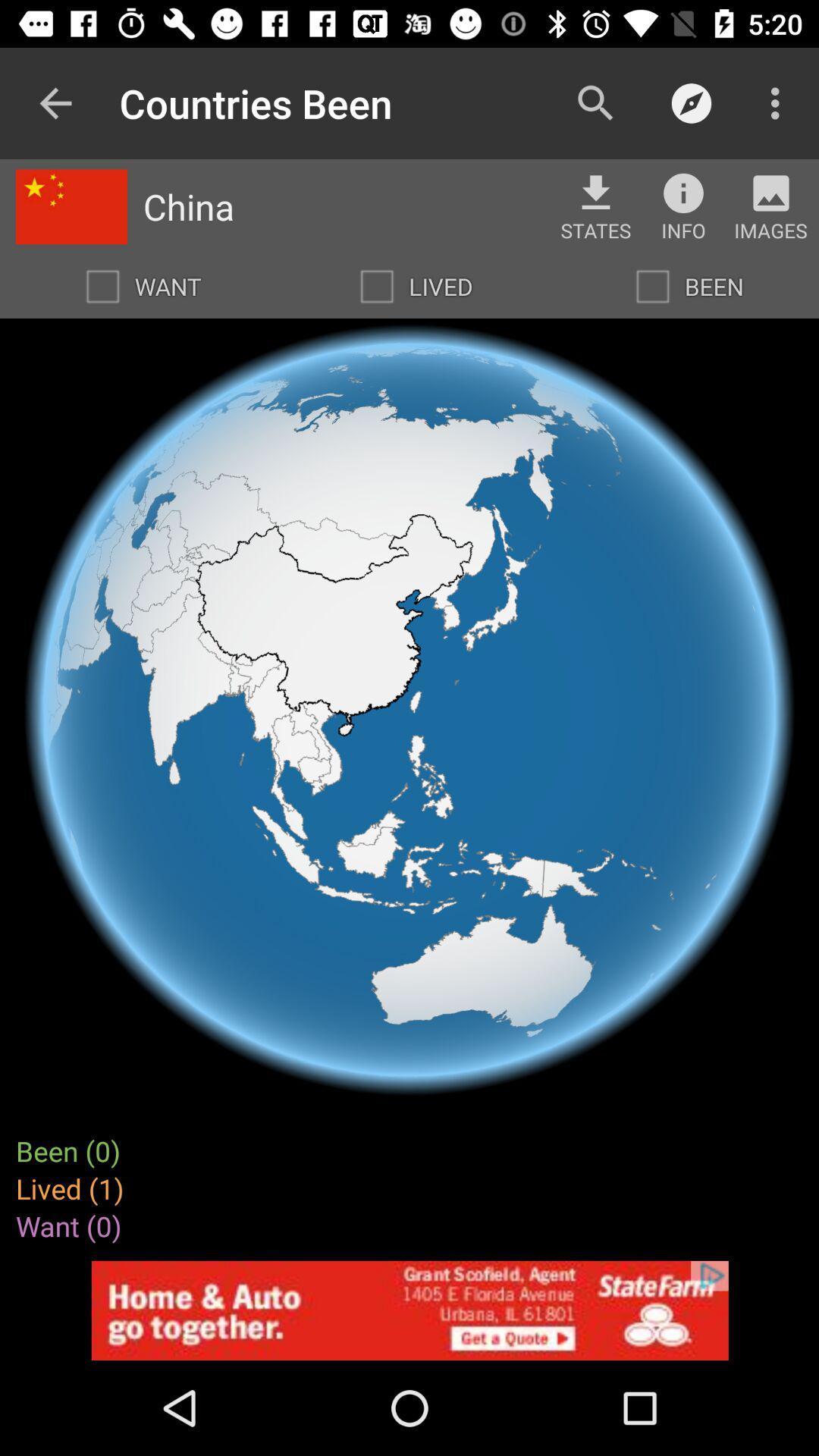 Image resolution: width=819 pixels, height=1456 pixels. Describe the element at coordinates (771, 192) in the screenshot. I see `images` at that location.